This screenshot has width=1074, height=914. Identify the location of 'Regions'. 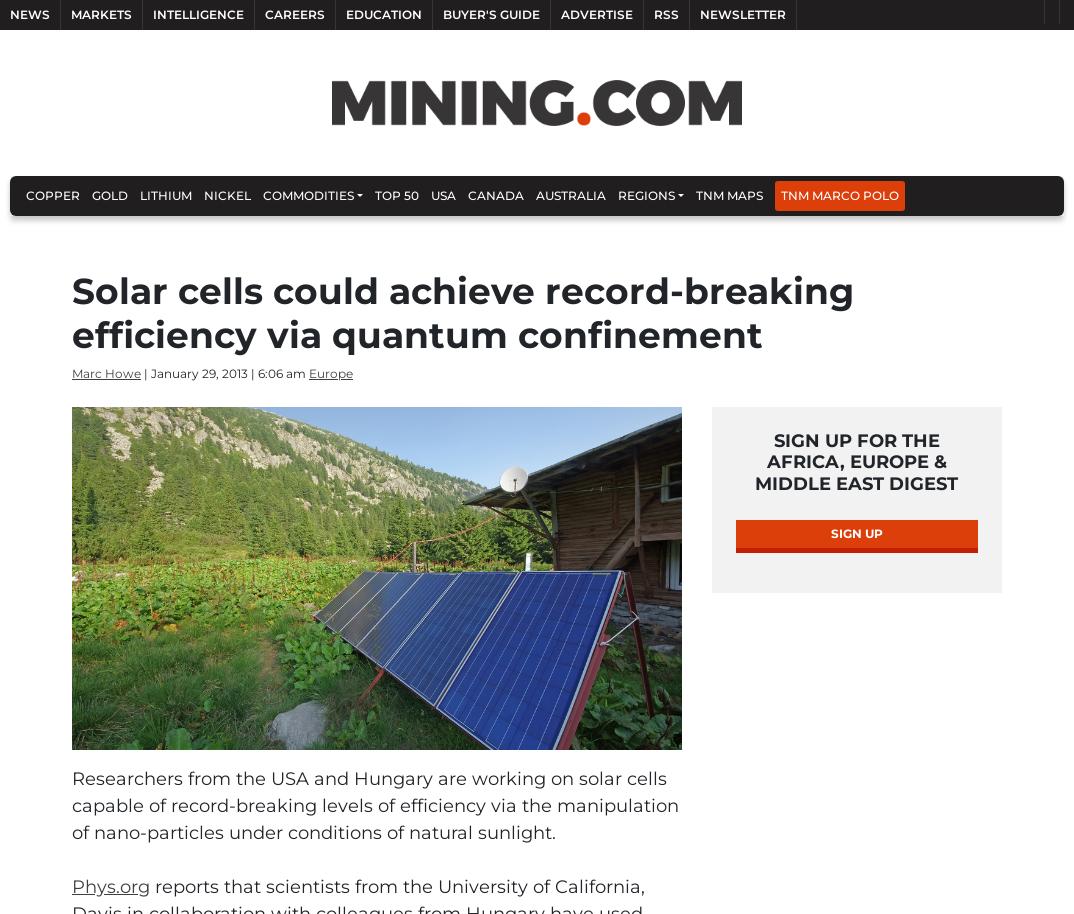
(645, 195).